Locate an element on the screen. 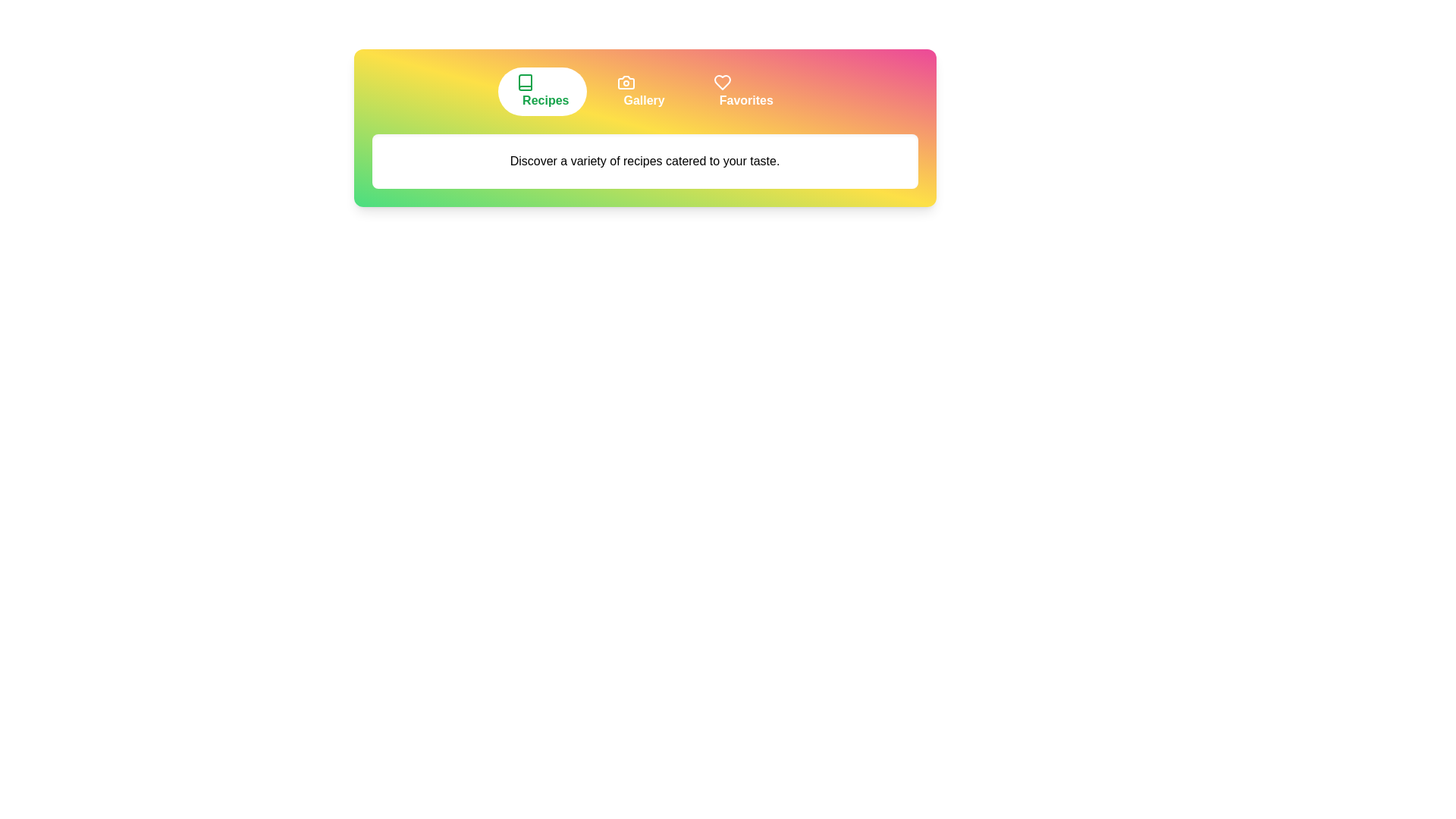 This screenshot has width=1456, height=819. the Recipes tab icon is located at coordinates (542, 91).